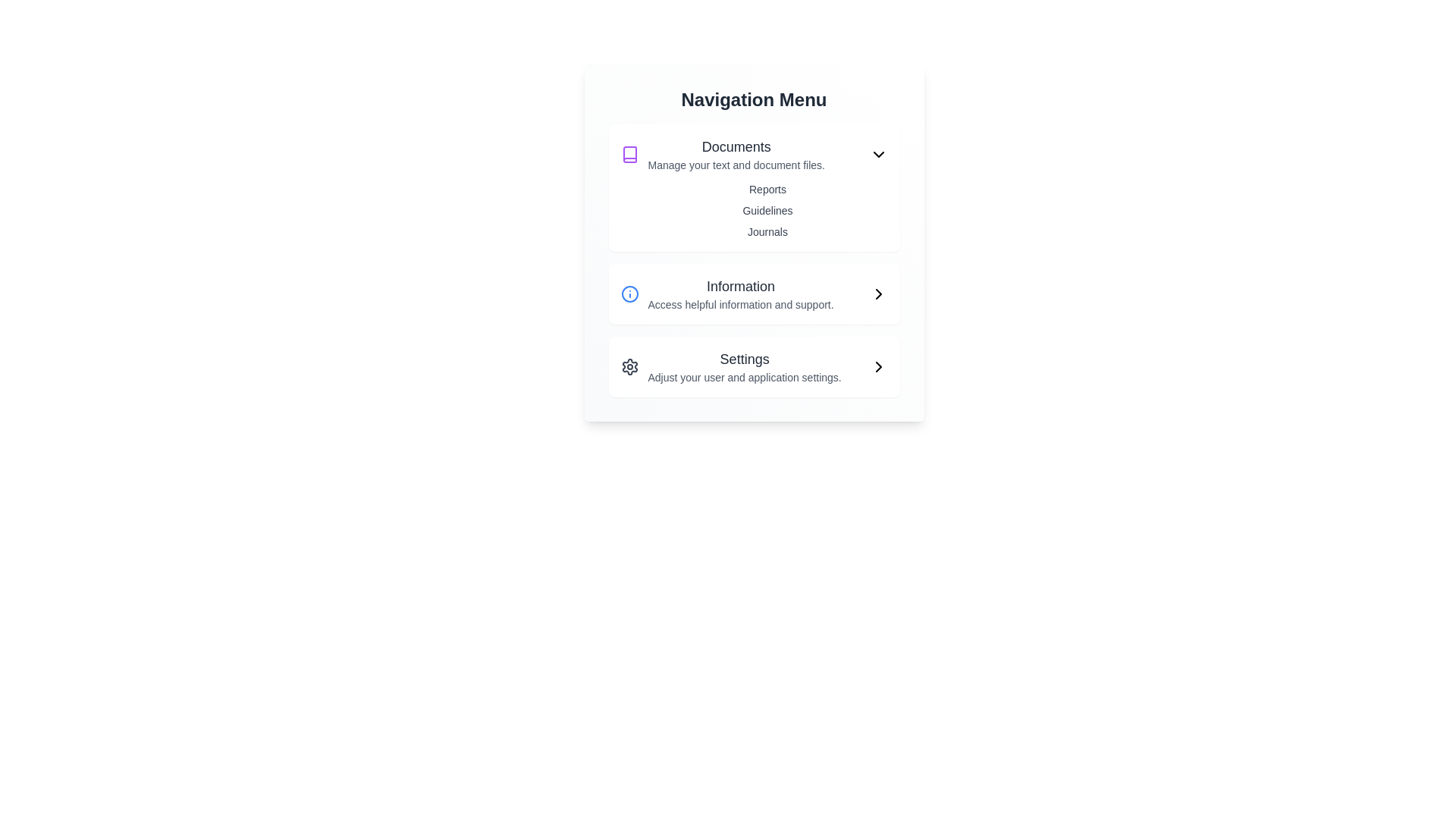 The width and height of the screenshot is (1456, 819). Describe the element at coordinates (754, 294) in the screenshot. I see `the Interactive navigation link labeled 'Information' with a blue circular icon and a right-pointing chevron arrow` at that location.